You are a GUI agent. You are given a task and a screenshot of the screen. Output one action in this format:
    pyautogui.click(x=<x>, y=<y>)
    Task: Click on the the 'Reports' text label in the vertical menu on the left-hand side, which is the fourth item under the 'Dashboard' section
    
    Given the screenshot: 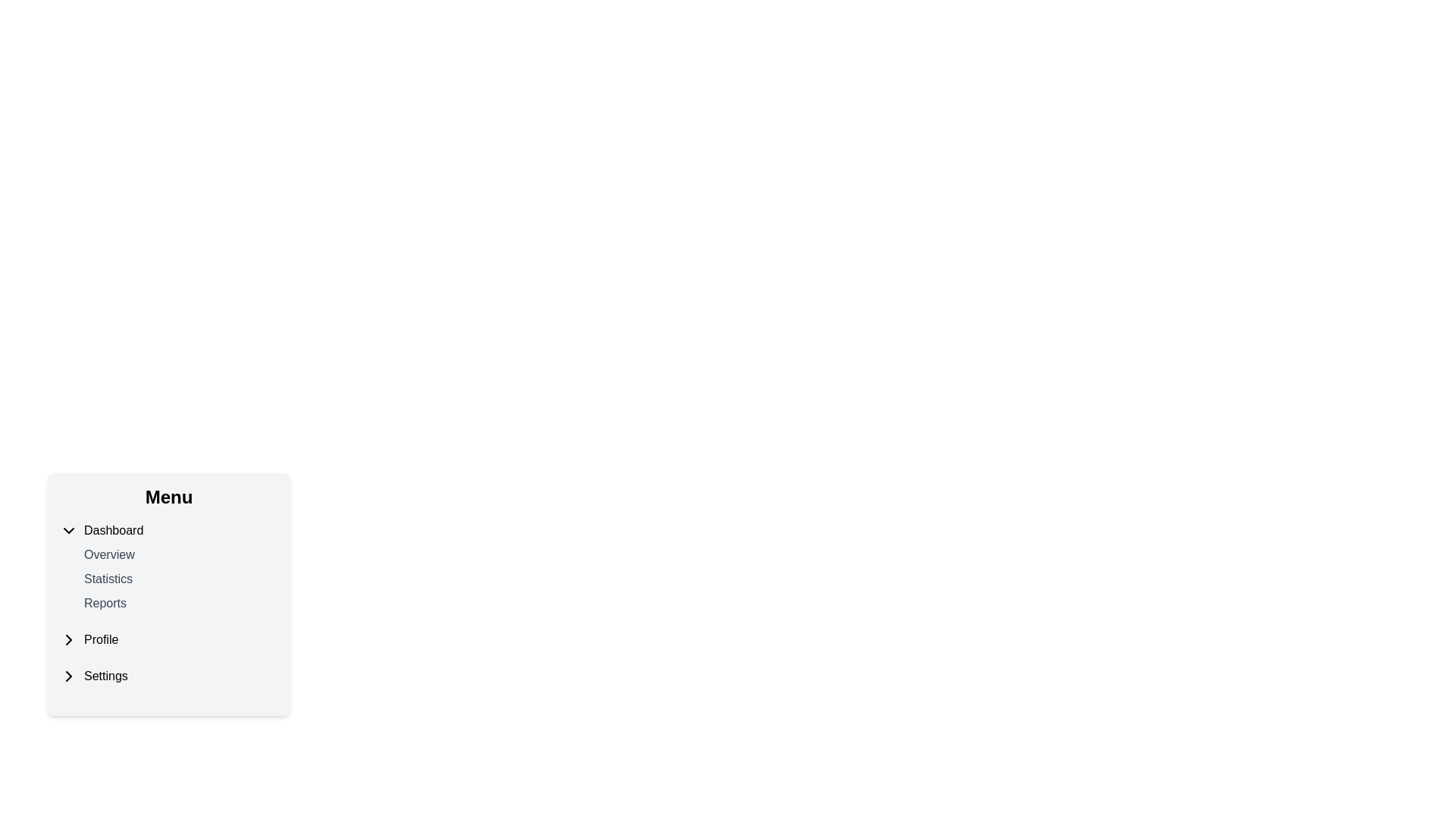 What is the action you would take?
    pyautogui.click(x=105, y=602)
    